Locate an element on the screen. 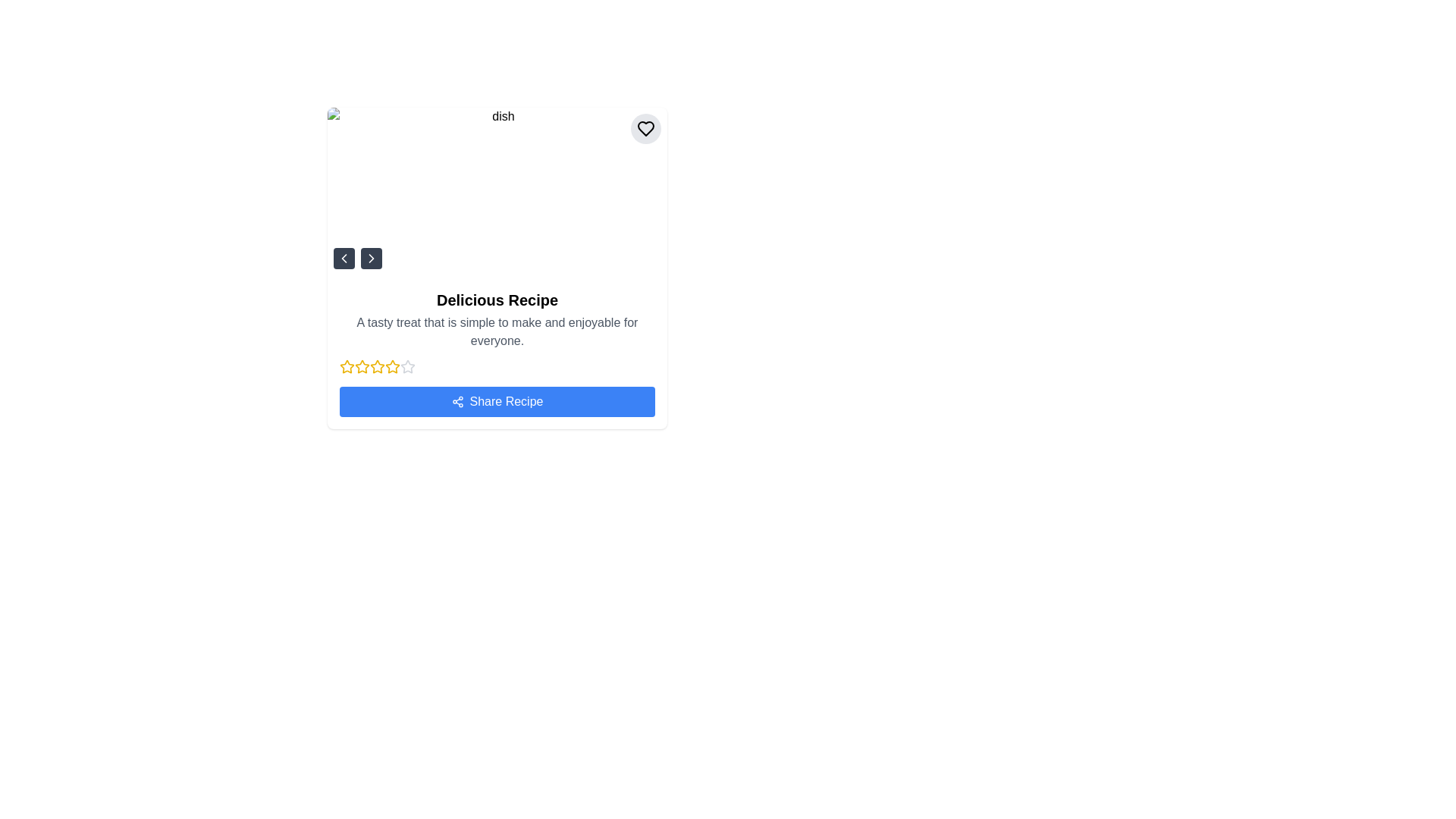 The width and height of the screenshot is (1456, 819). the third yellow star icon in the rating system is located at coordinates (362, 366).